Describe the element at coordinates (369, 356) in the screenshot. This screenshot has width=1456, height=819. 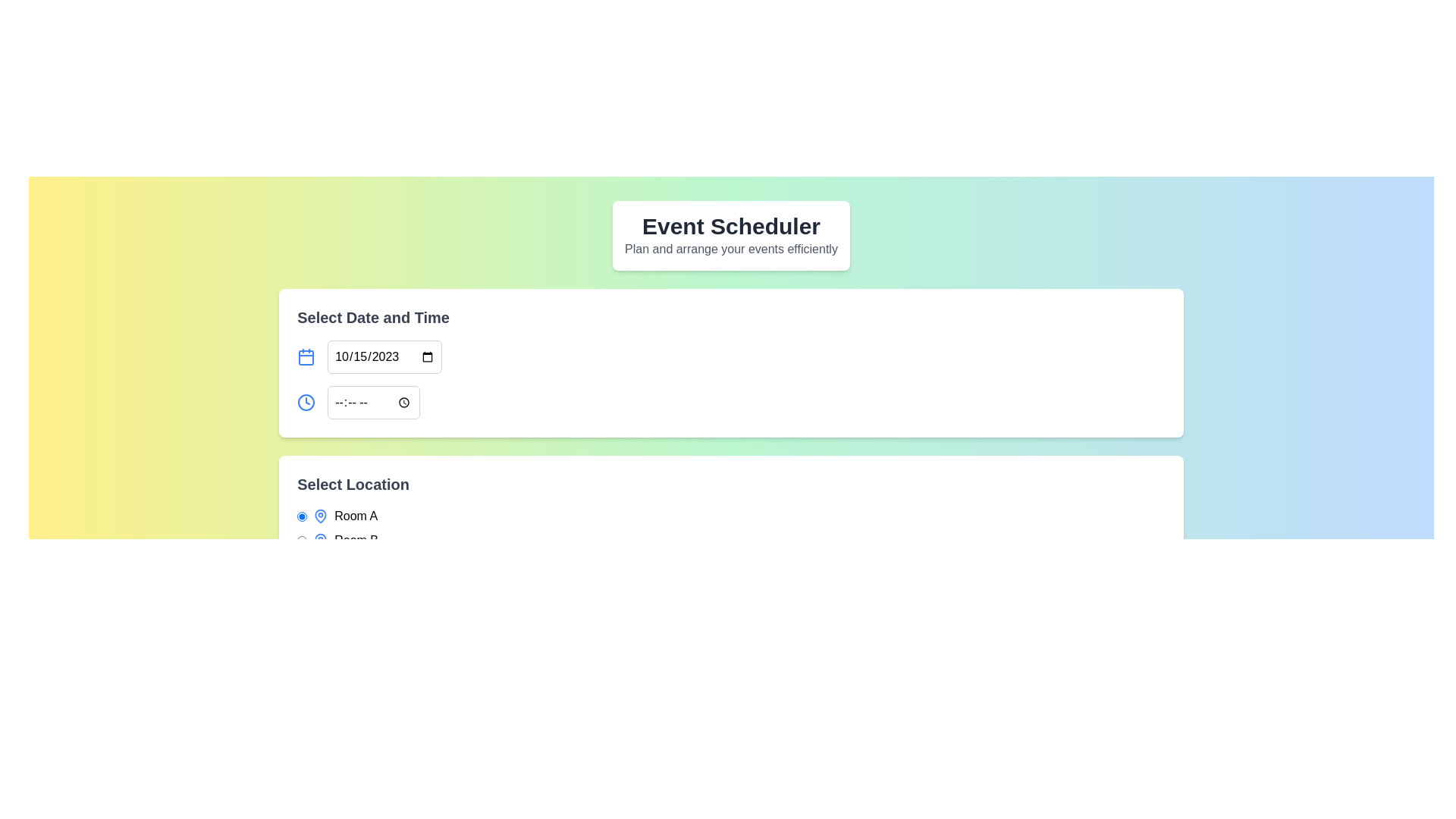
I see `a date using the visual date picker in the Date input field, which is centrally located within the 'Select Date and Time' section, styled with rounded corners and a light gray border` at that location.